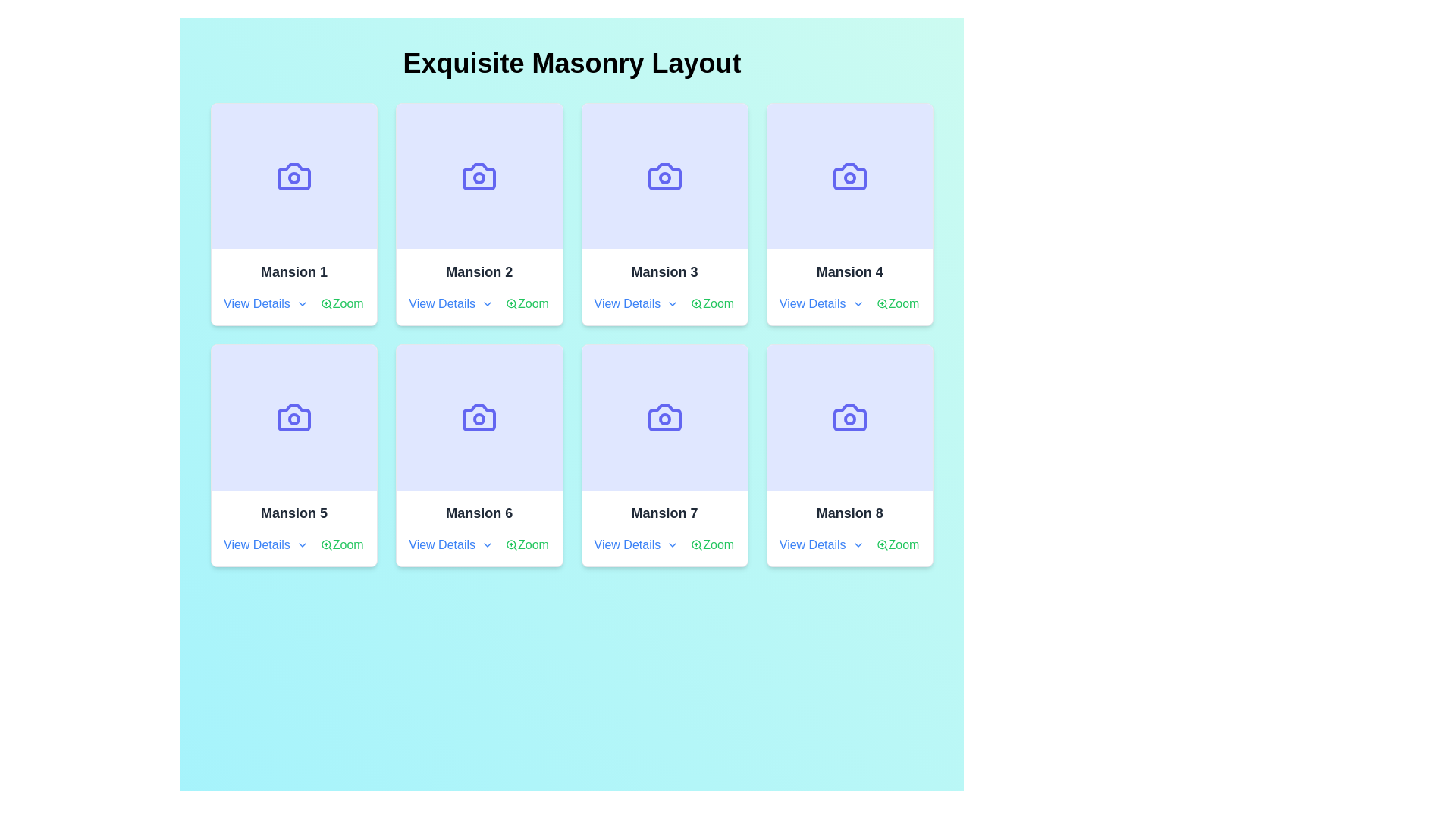  What do you see at coordinates (664, 418) in the screenshot?
I see `the vibrant indigo camera icon located within the card labeled 'Mansion 7' in the second row, third column of the grid layout` at bounding box center [664, 418].